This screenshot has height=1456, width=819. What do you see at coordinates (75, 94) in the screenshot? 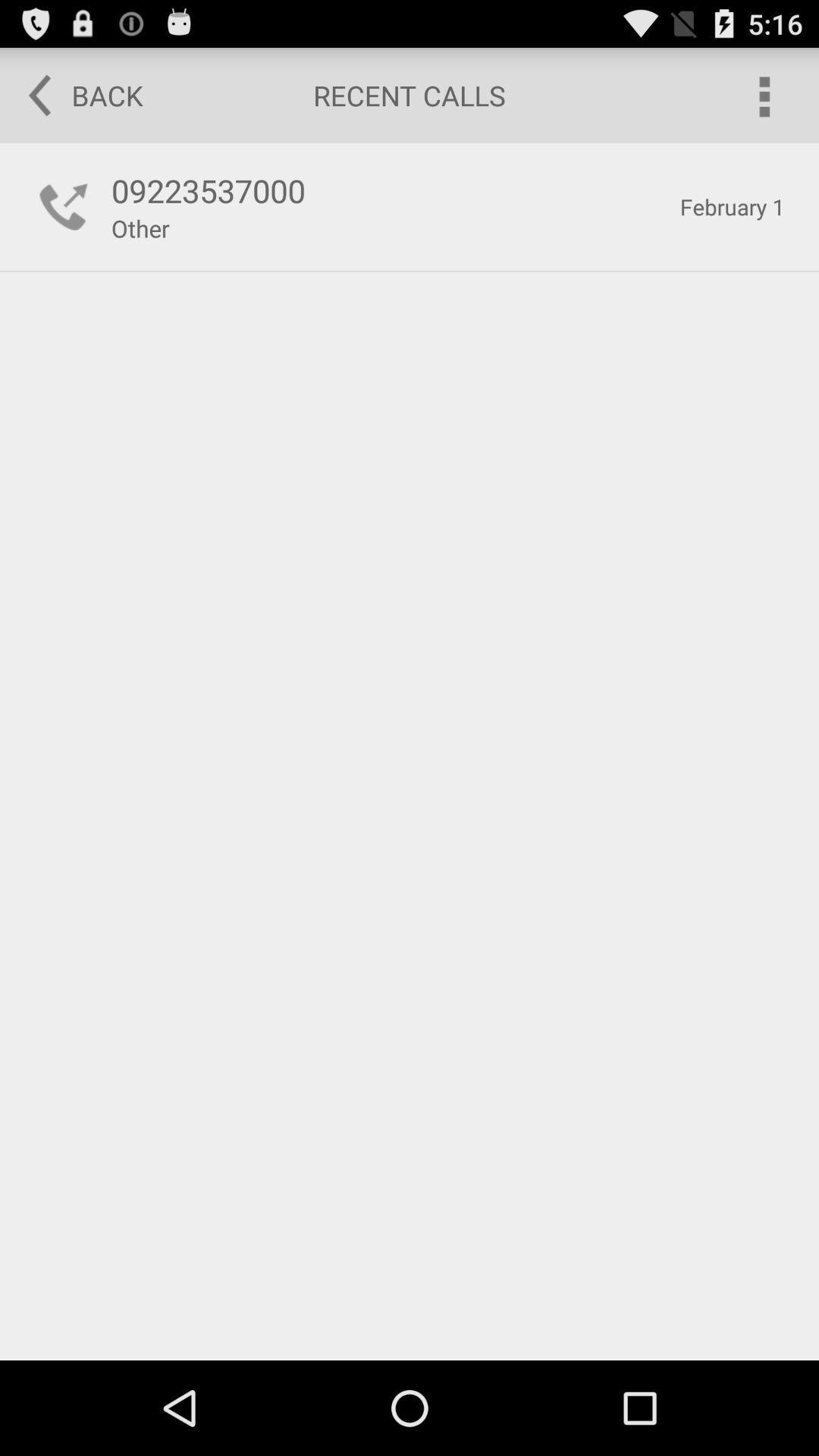
I see `back` at bounding box center [75, 94].